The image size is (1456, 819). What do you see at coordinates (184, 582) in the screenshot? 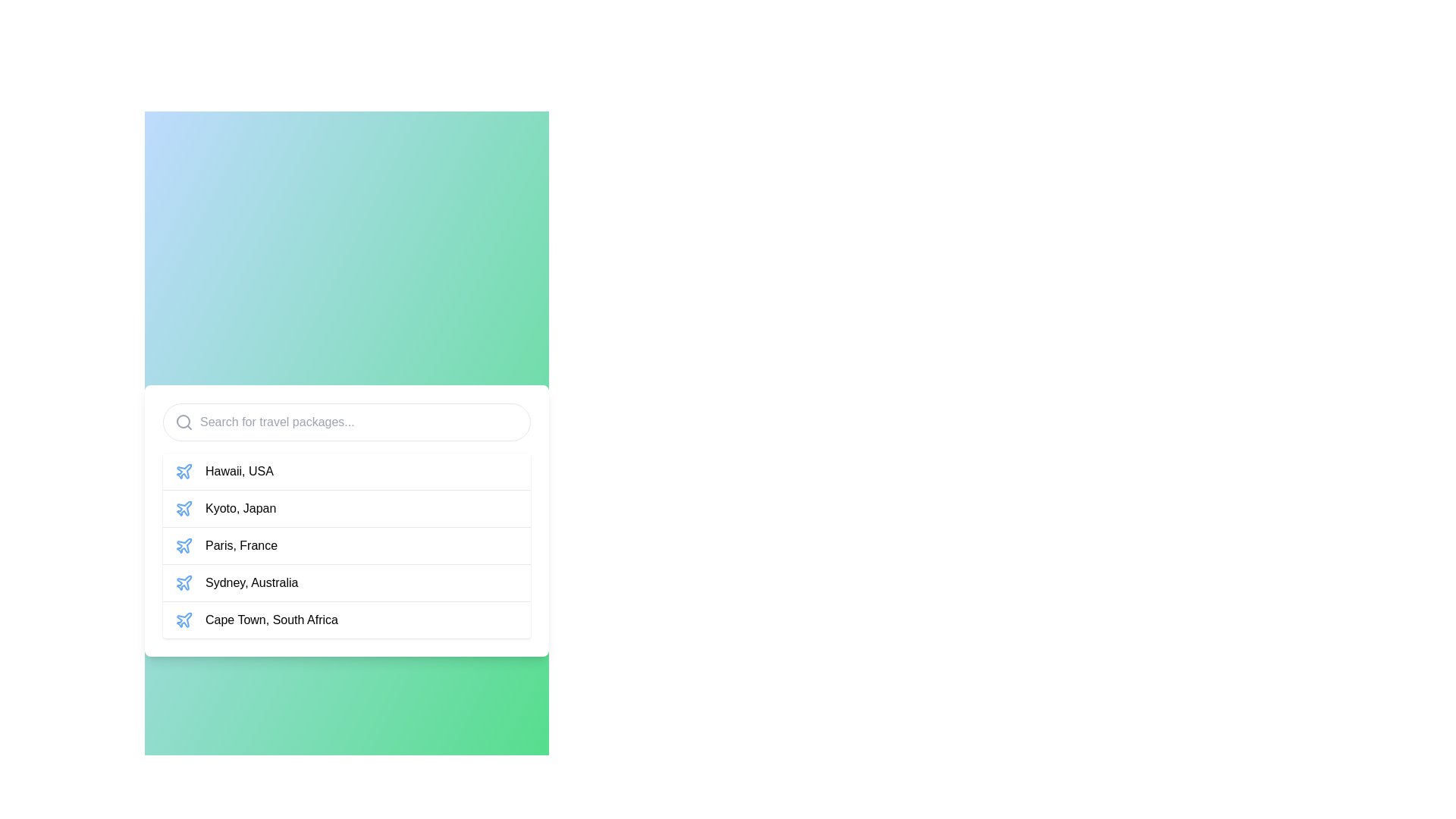
I see `the airplane icon representing the travel option for 'Sydney, Australia', located next to the text in the fourth position of a vertical list within a card interface` at bounding box center [184, 582].